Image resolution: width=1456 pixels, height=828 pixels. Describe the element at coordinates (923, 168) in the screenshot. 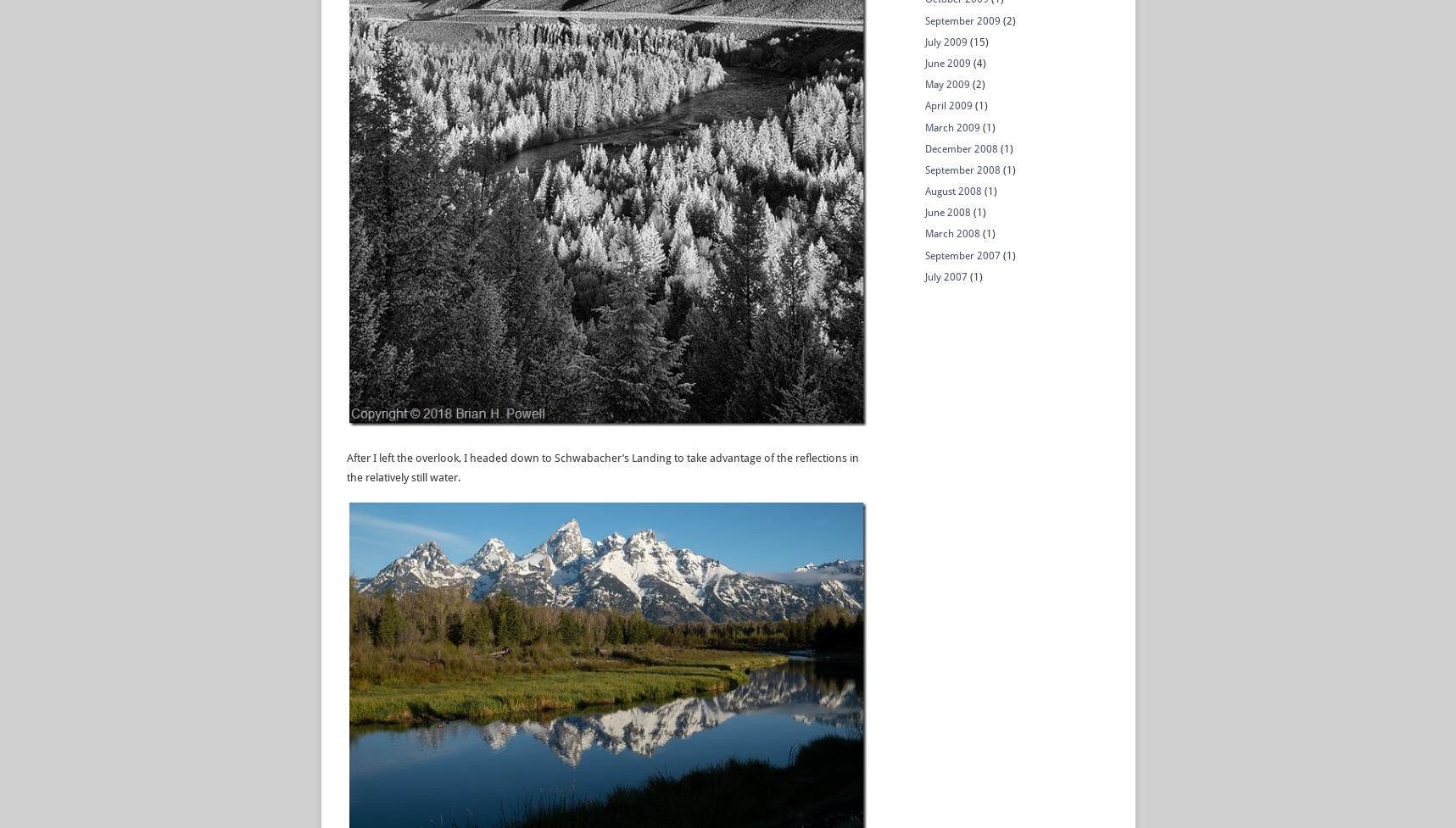

I see `'September 2008'` at that location.